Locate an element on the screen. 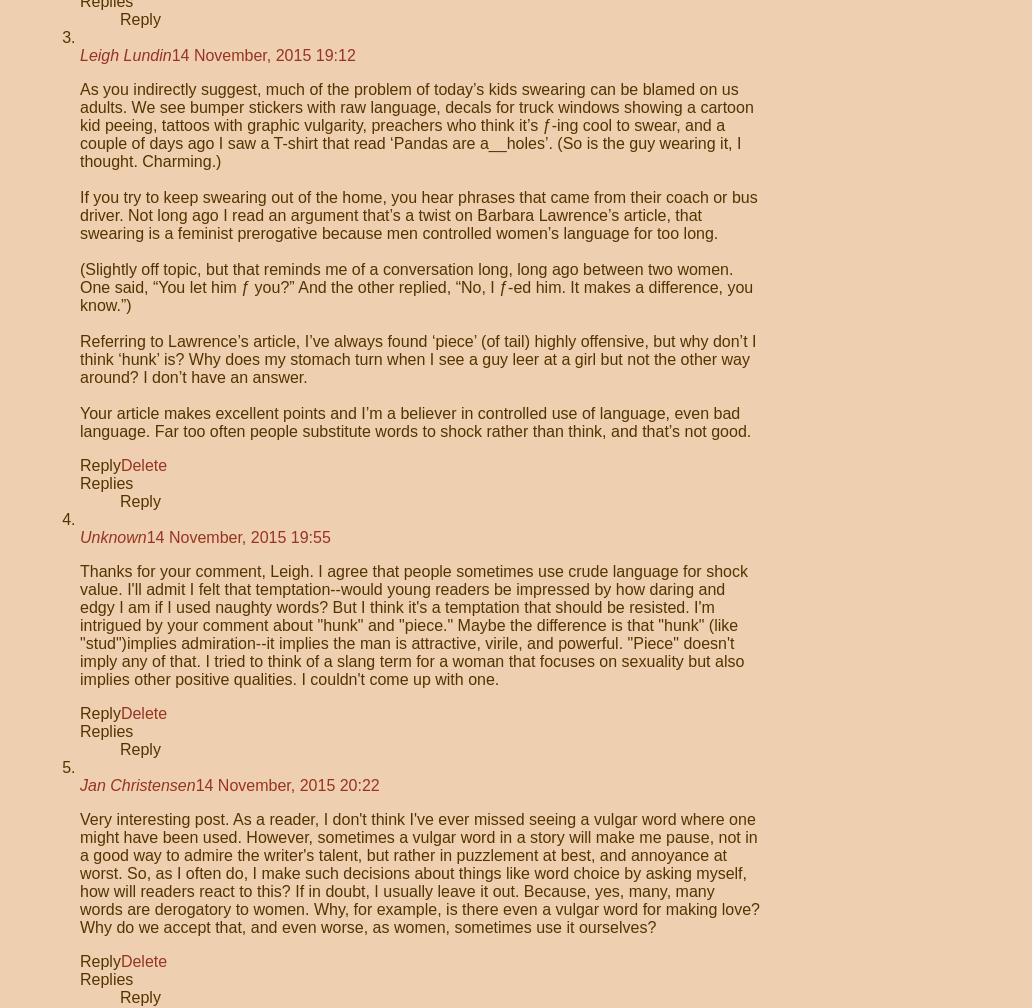  'Leigh Lundin' is located at coordinates (79, 55).